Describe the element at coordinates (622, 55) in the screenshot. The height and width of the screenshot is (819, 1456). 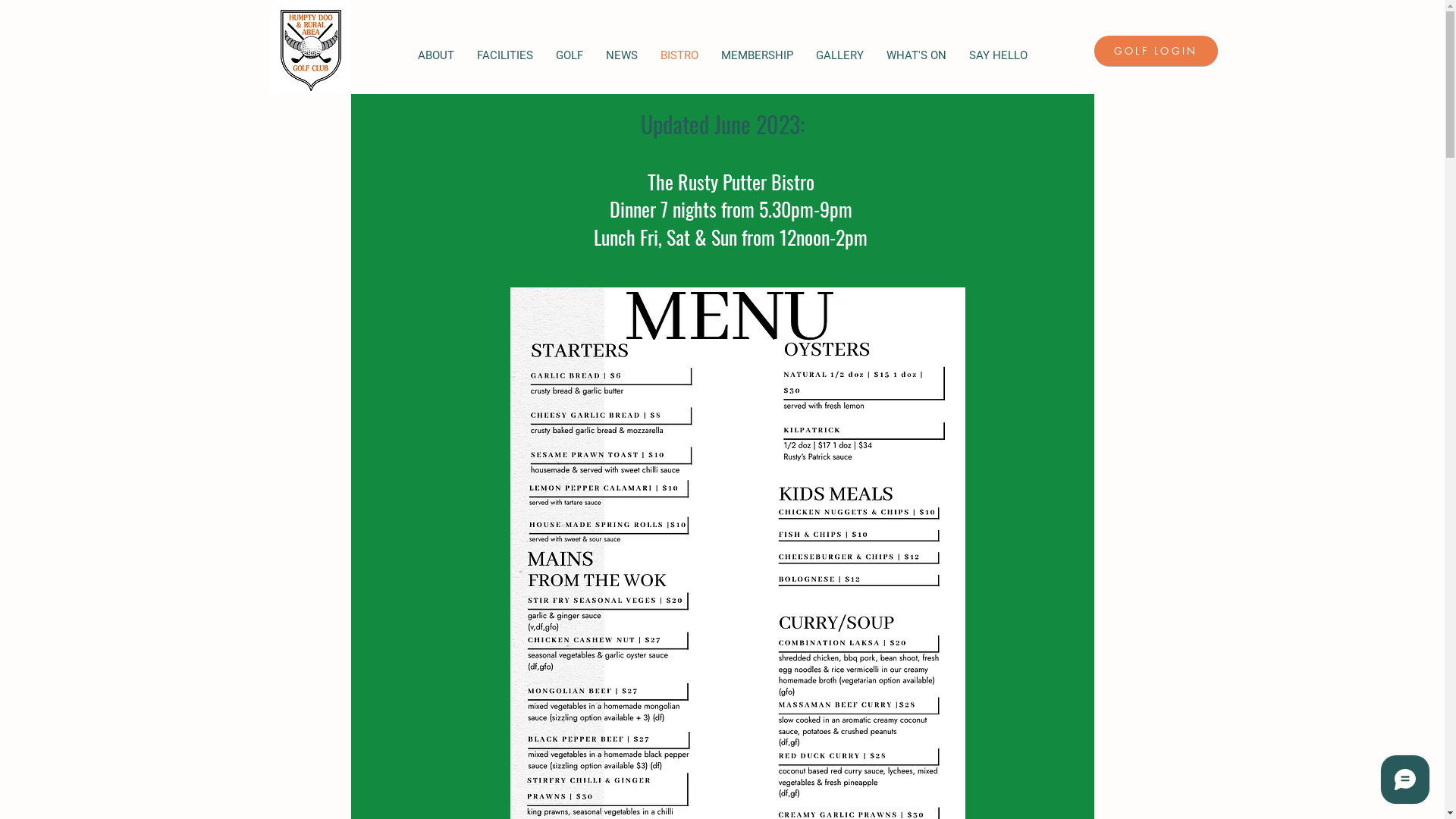
I see `'NEWS'` at that location.